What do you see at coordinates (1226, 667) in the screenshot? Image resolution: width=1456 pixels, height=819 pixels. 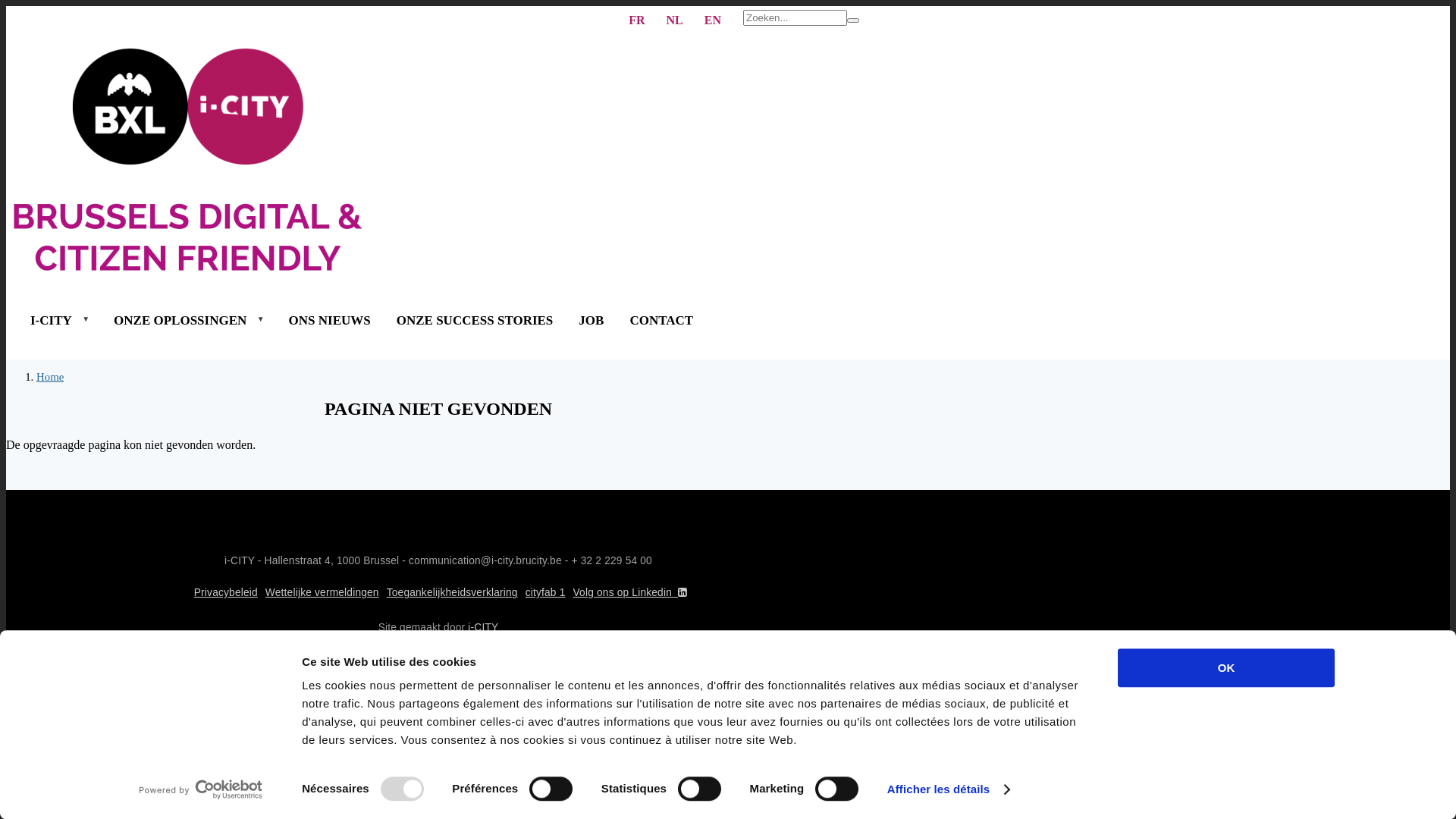 I see `'OK'` at bounding box center [1226, 667].